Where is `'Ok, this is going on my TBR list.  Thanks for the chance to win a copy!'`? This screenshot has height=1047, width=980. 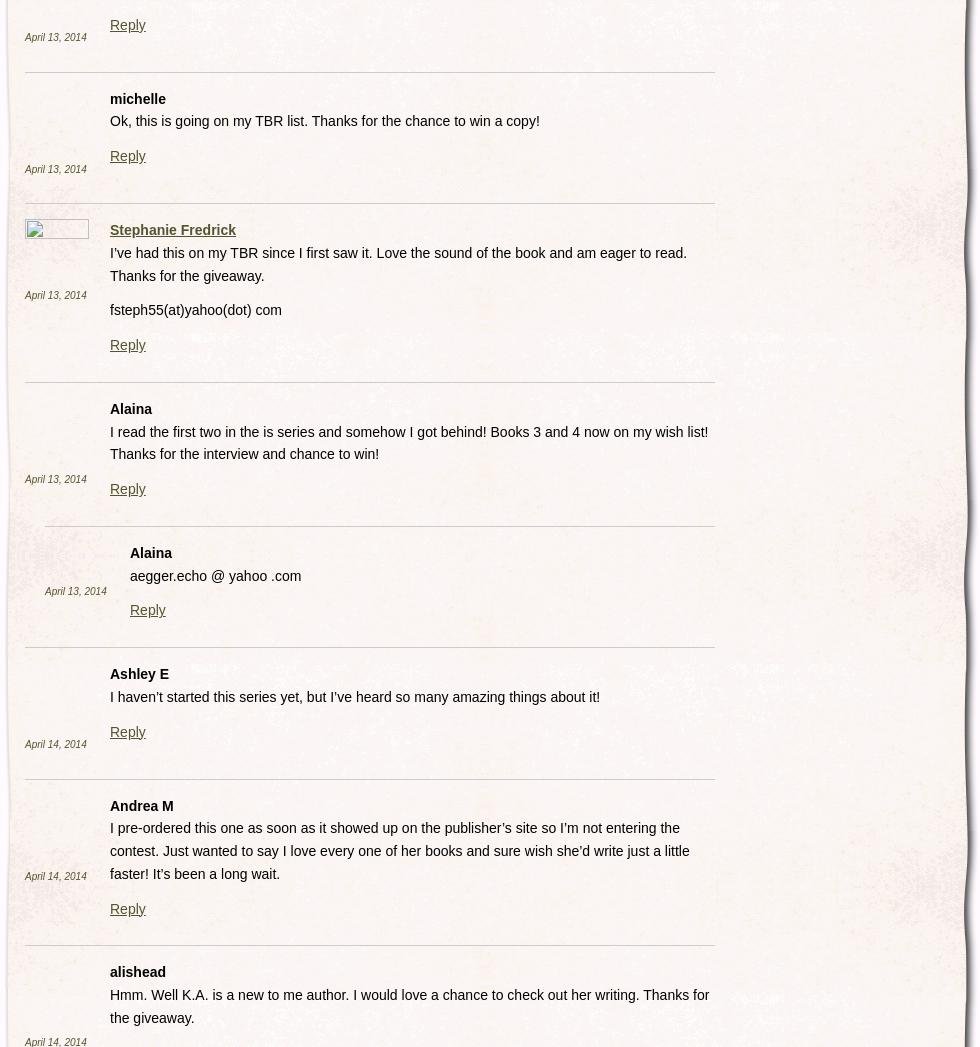
'Ok, this is going on my TBR list.  Thanks for the chance to win a copy!' is located at coordinates (324, 120).